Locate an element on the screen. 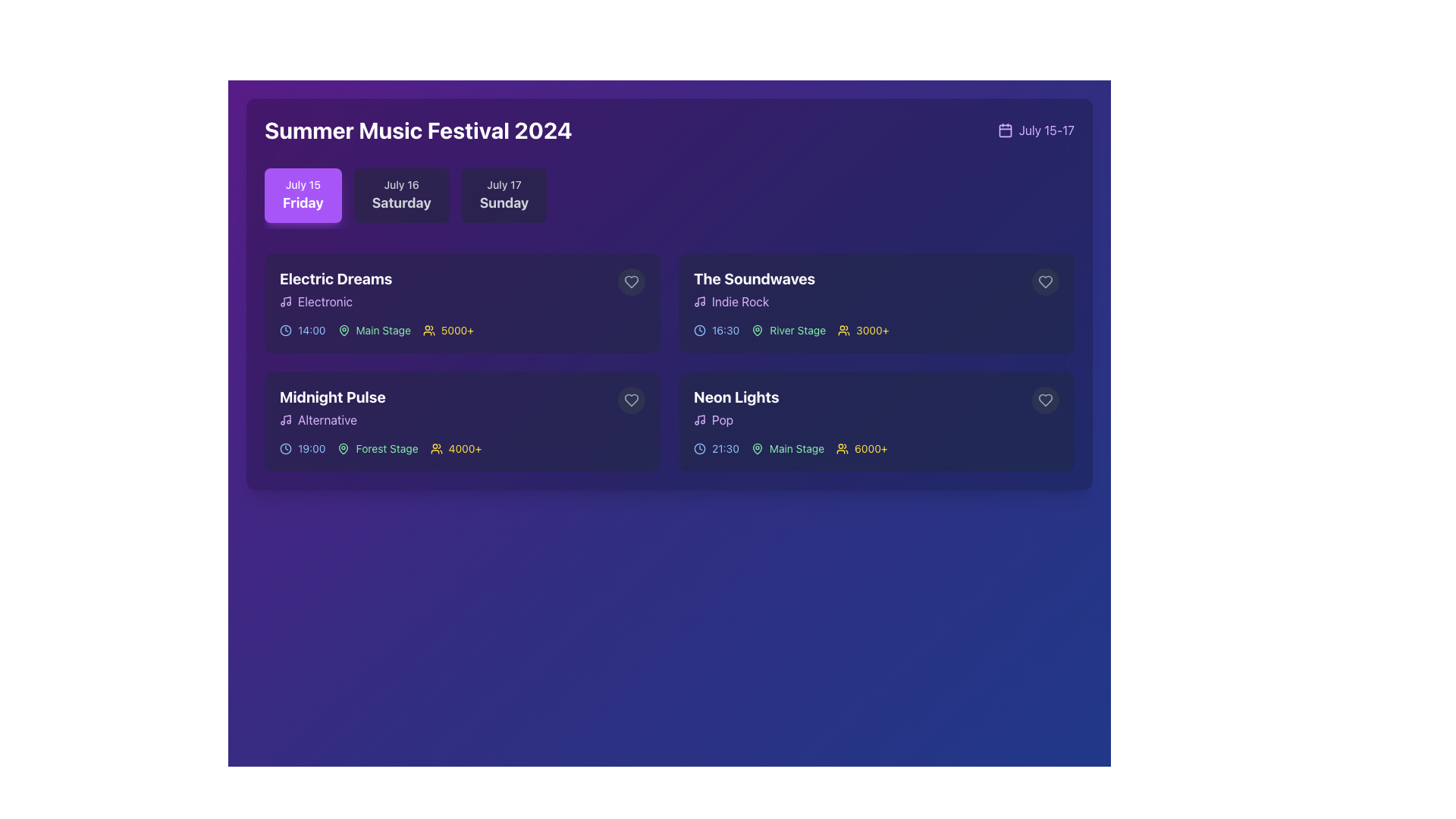 The image size is (1456, 819). the text label 'Electric Dreams', which is the title of the music event located in the upper left corner of the Friday schedule section is located at coordinates (335, 278).